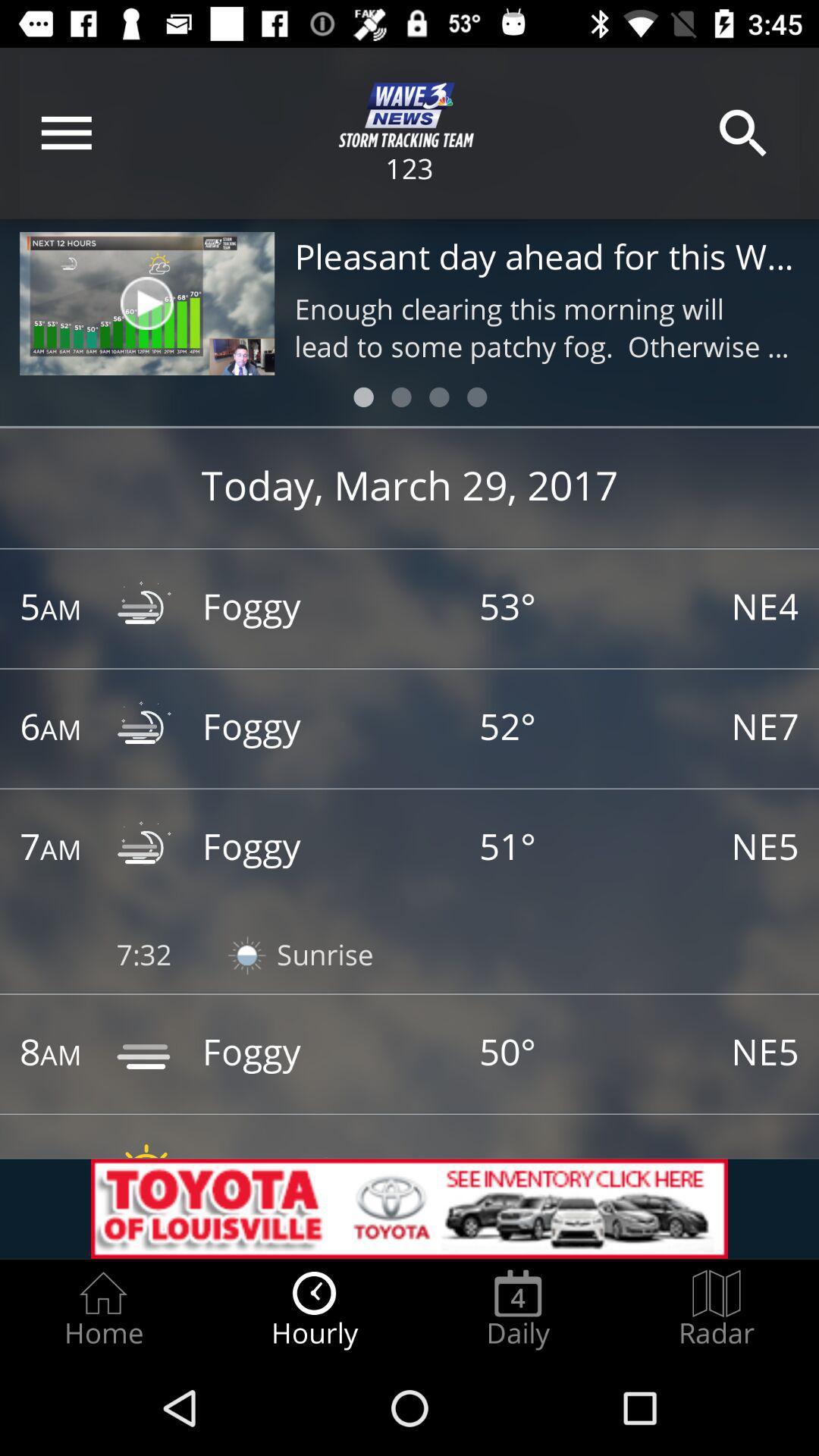 This screenshot has width=819, height=1456. What do you see at coordinates (517, 1309) in the screenshot?
I see `daily icon` at bounding box center [517, 1309].